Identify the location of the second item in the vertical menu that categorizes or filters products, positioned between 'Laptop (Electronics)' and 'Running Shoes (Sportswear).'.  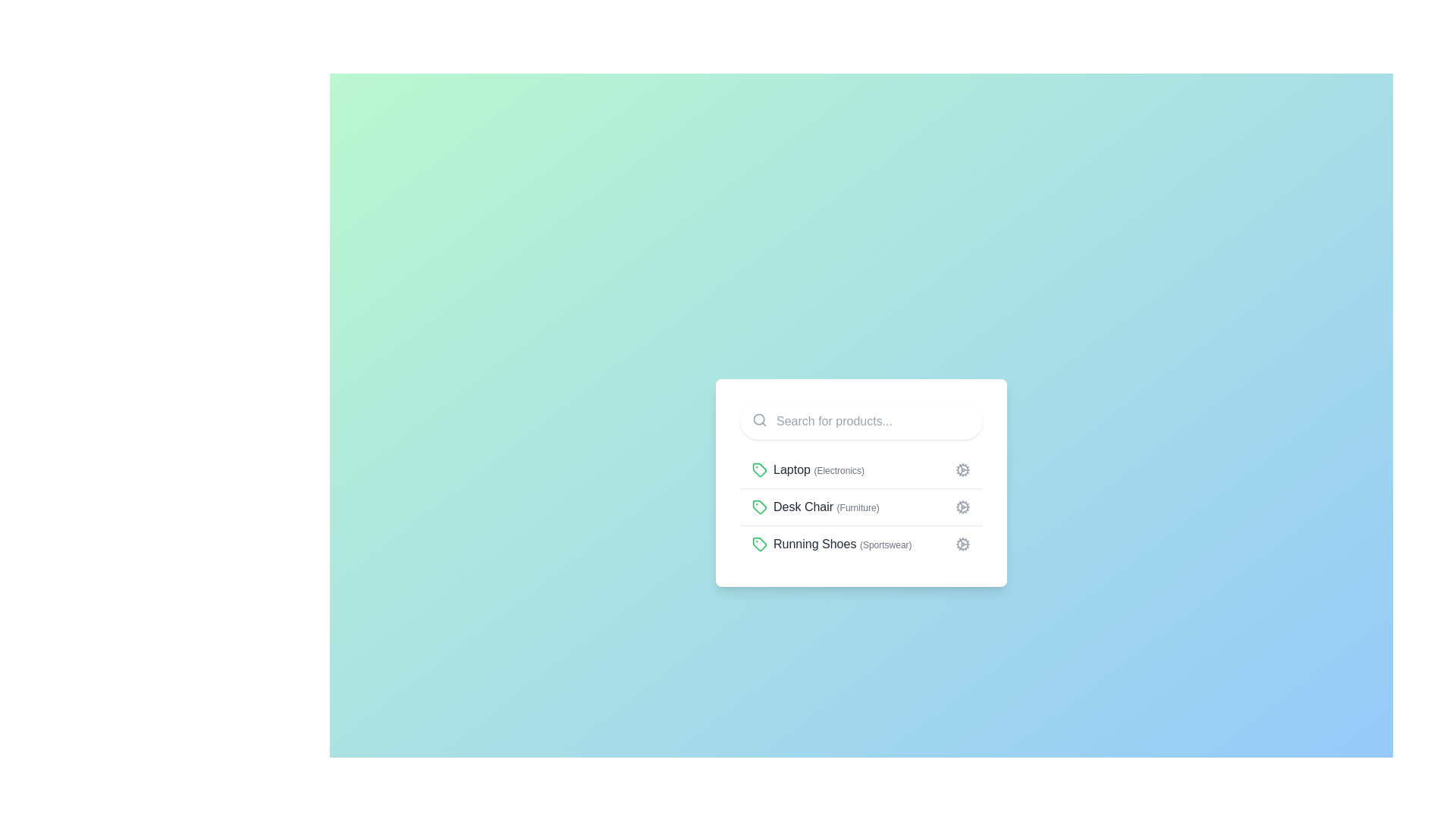
(861, 507).